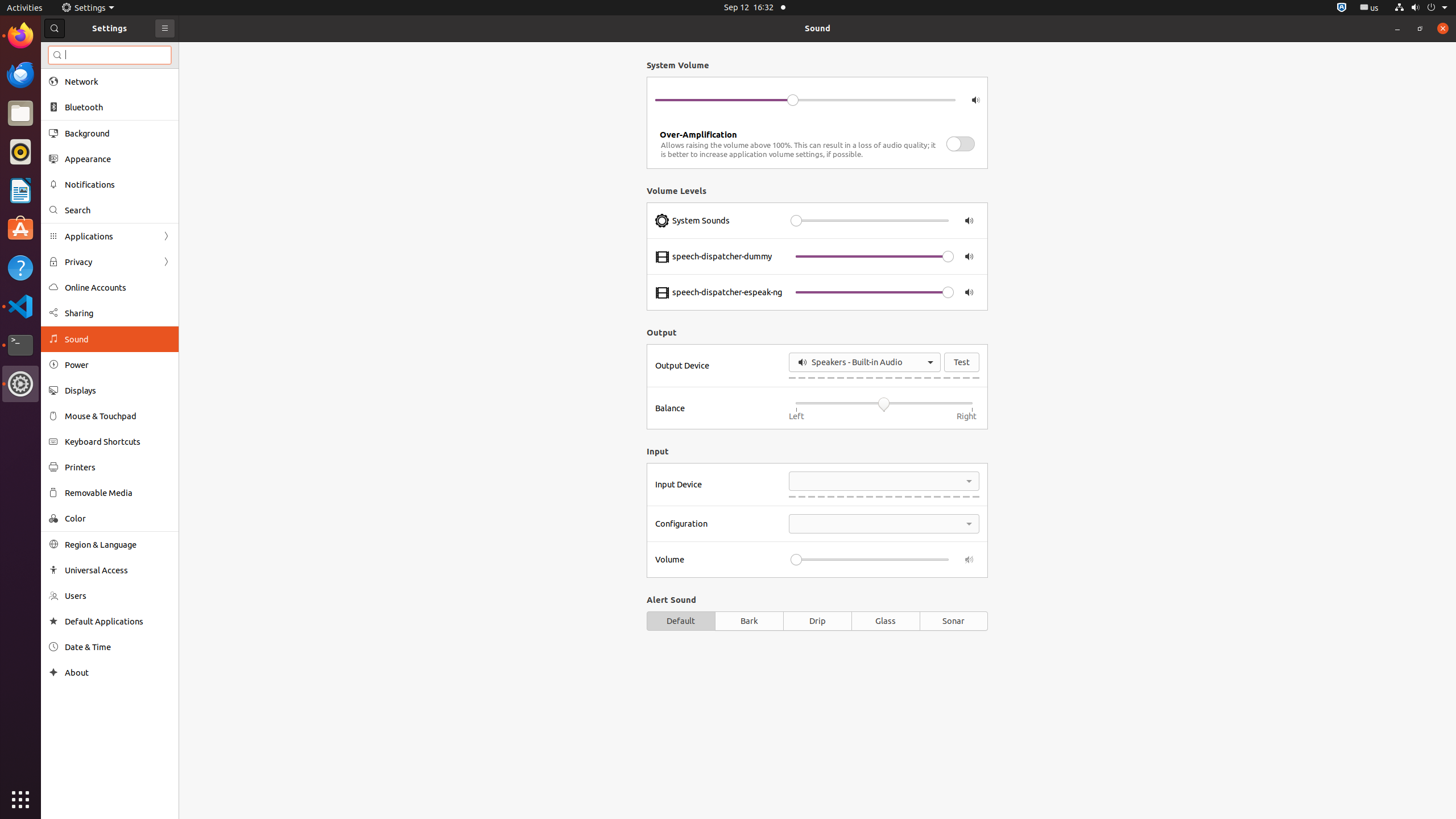  Describe the element at coordinates (118, 544) in the screenshot. I see `'Region & Language'` at that location.